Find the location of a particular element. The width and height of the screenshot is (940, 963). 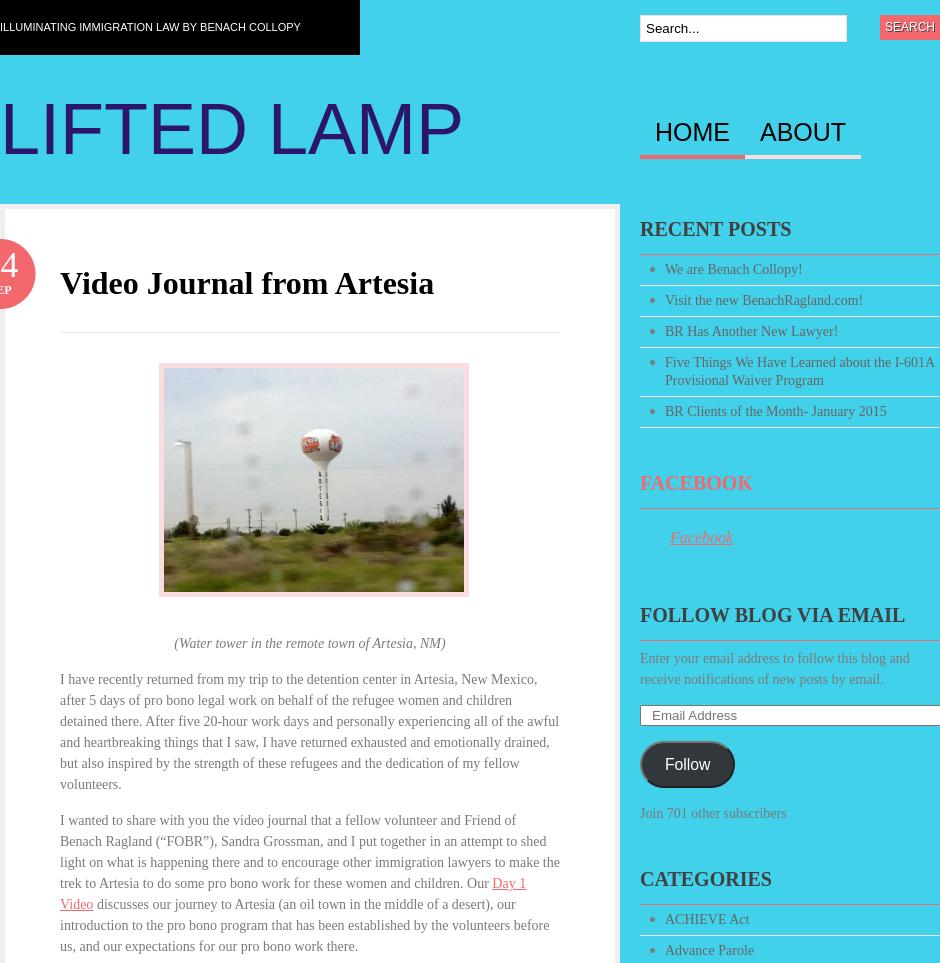

'Day 1 Video' is located at coordinates (291, 892).